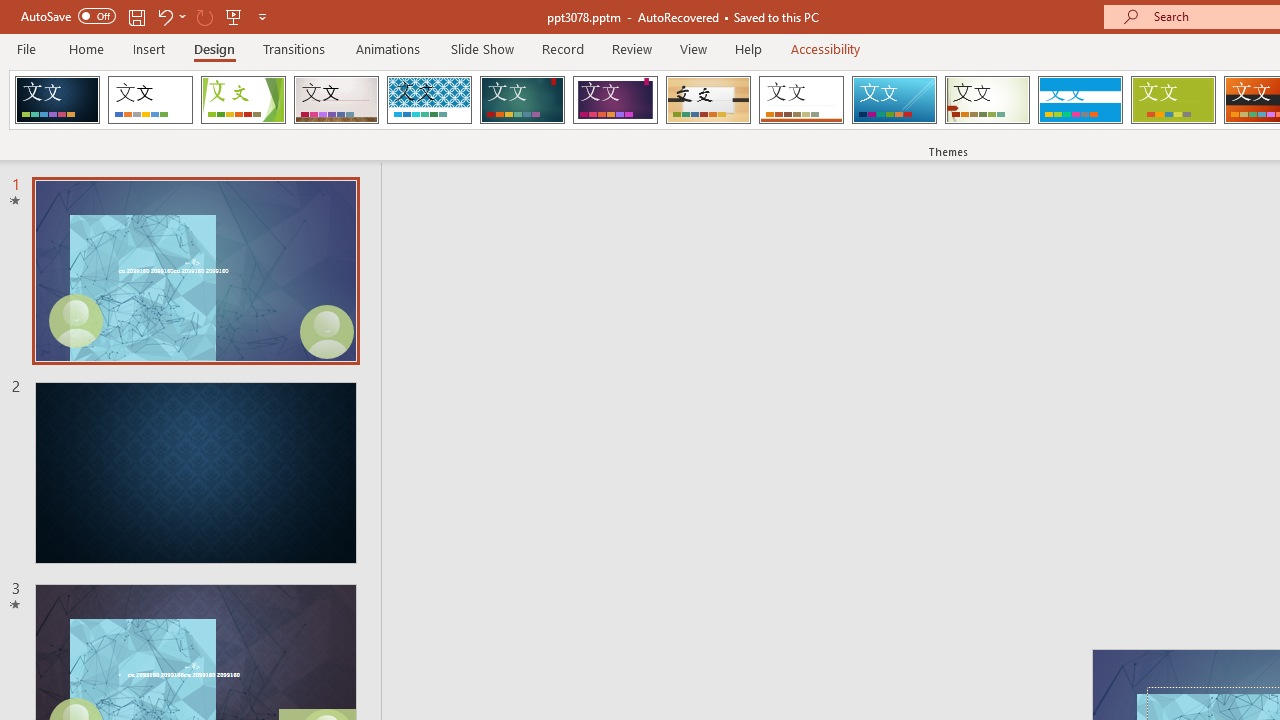 The image size is (1280, 720). I want to click on 'Retrospect', so click(801, 100).